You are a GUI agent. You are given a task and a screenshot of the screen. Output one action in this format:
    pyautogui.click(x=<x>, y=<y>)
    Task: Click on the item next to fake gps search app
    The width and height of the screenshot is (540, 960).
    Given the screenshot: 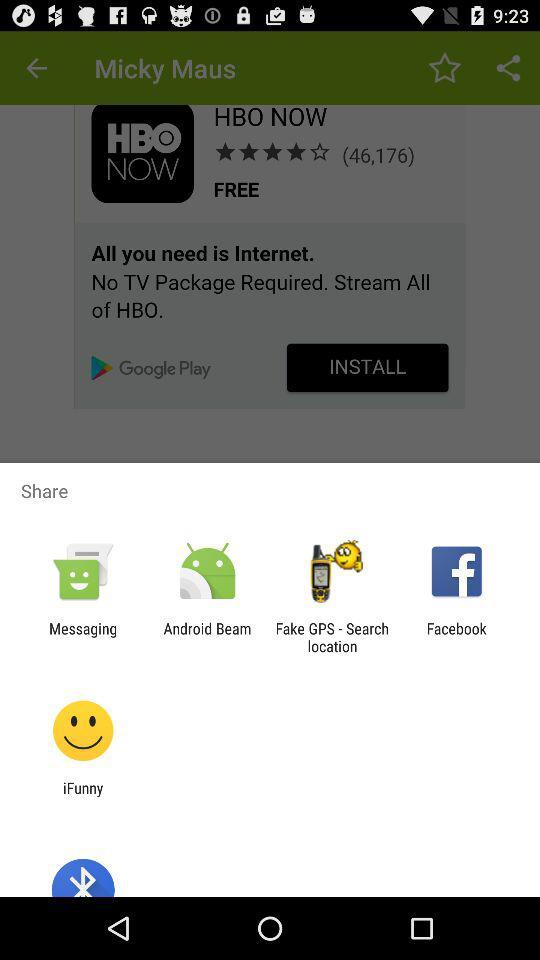 What is the action you would take?
    pyautogui.click(x=456, y=636)
    